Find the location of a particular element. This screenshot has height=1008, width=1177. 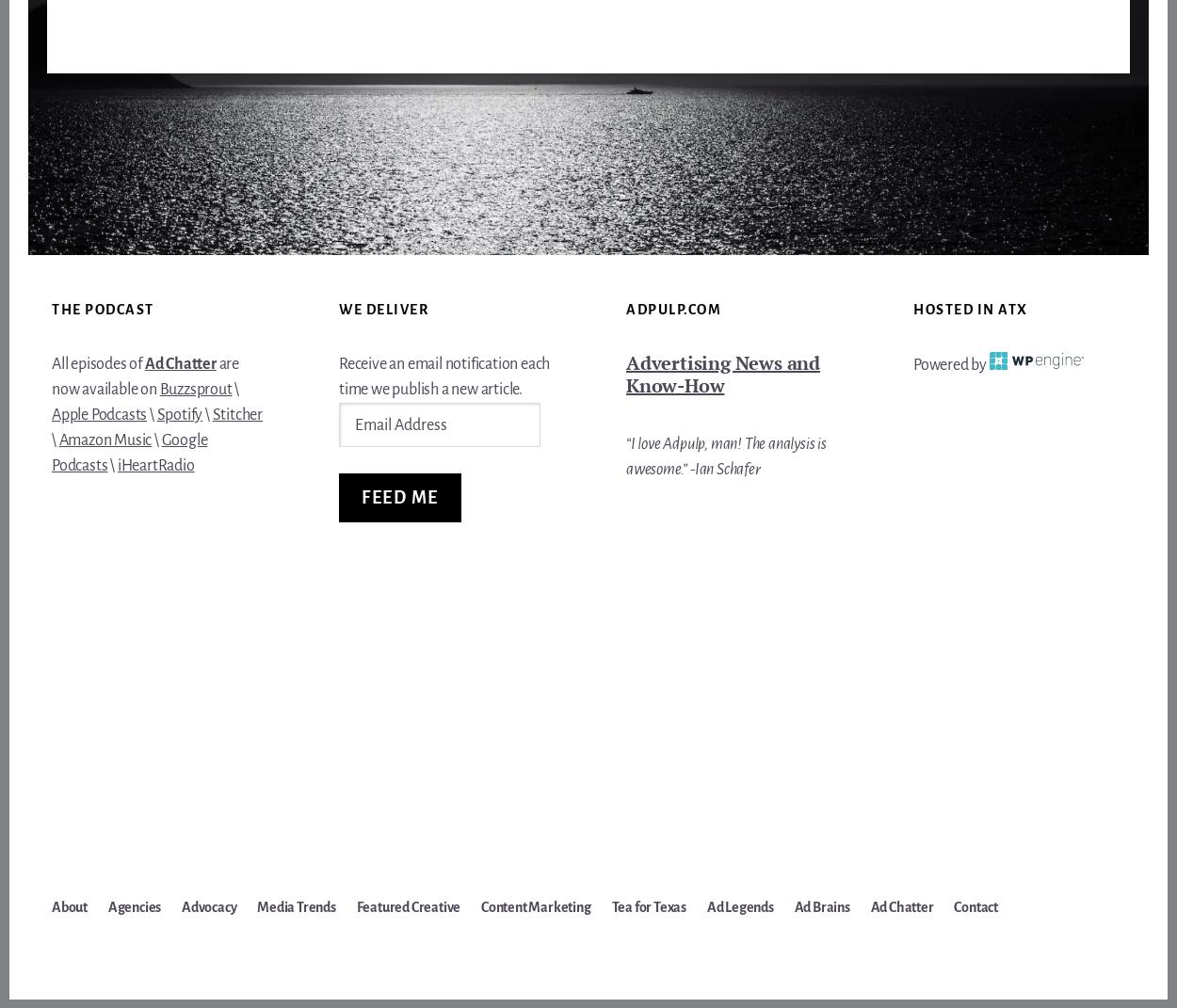

'Featured Creative' is located at coordinates (408, 906).